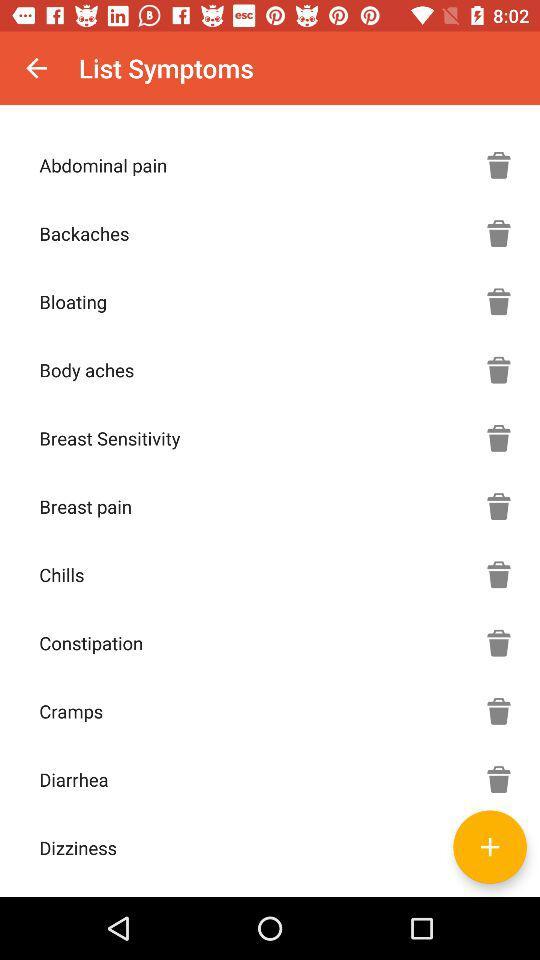 This screenshot has width=540, height=960. I want to click on icon next to the list symptoms icon, so click(36, 68).